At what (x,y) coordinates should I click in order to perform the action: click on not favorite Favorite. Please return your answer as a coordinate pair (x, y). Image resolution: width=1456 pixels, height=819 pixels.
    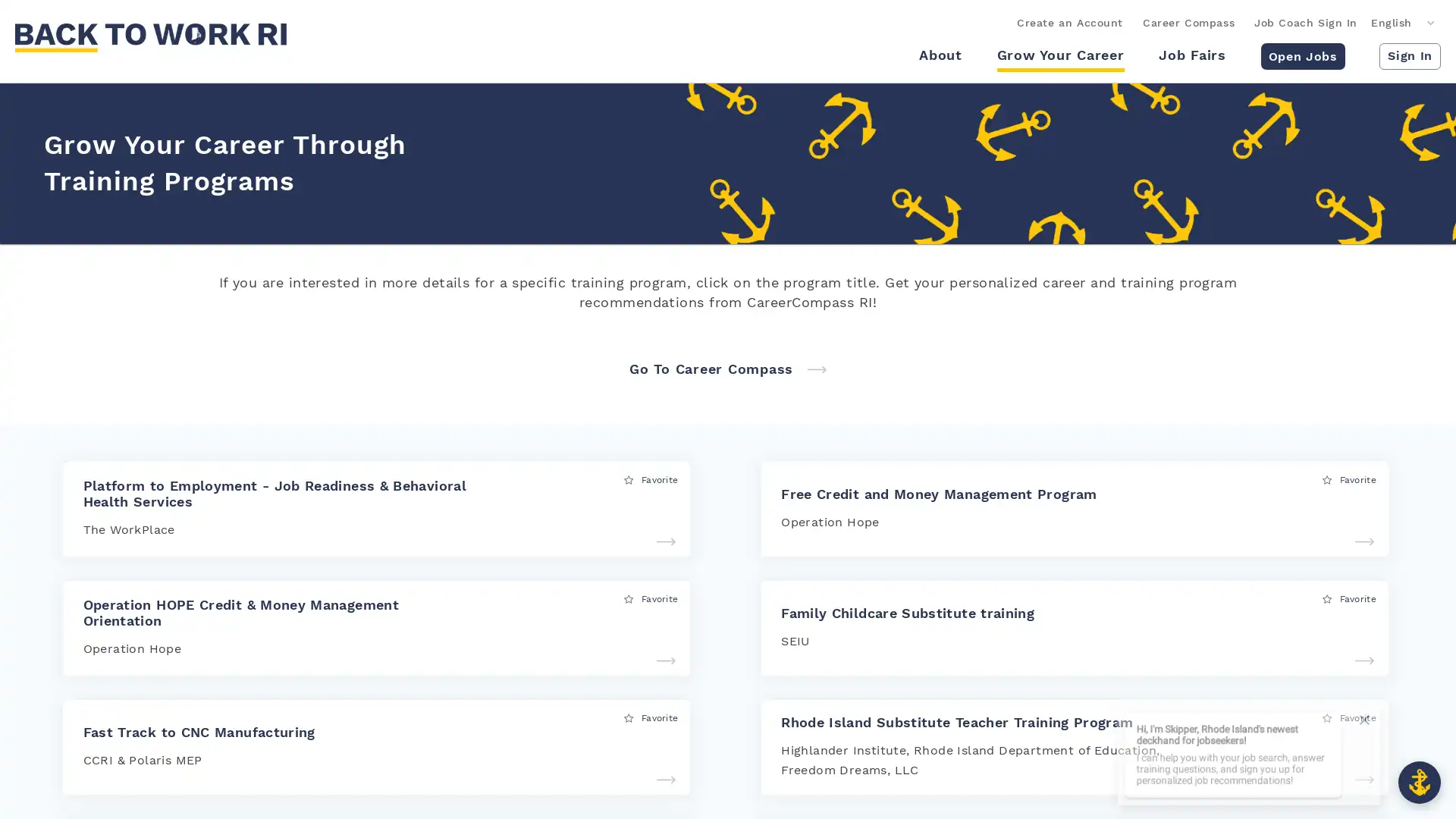
    Looking at the image, I should click on (1349, 479).